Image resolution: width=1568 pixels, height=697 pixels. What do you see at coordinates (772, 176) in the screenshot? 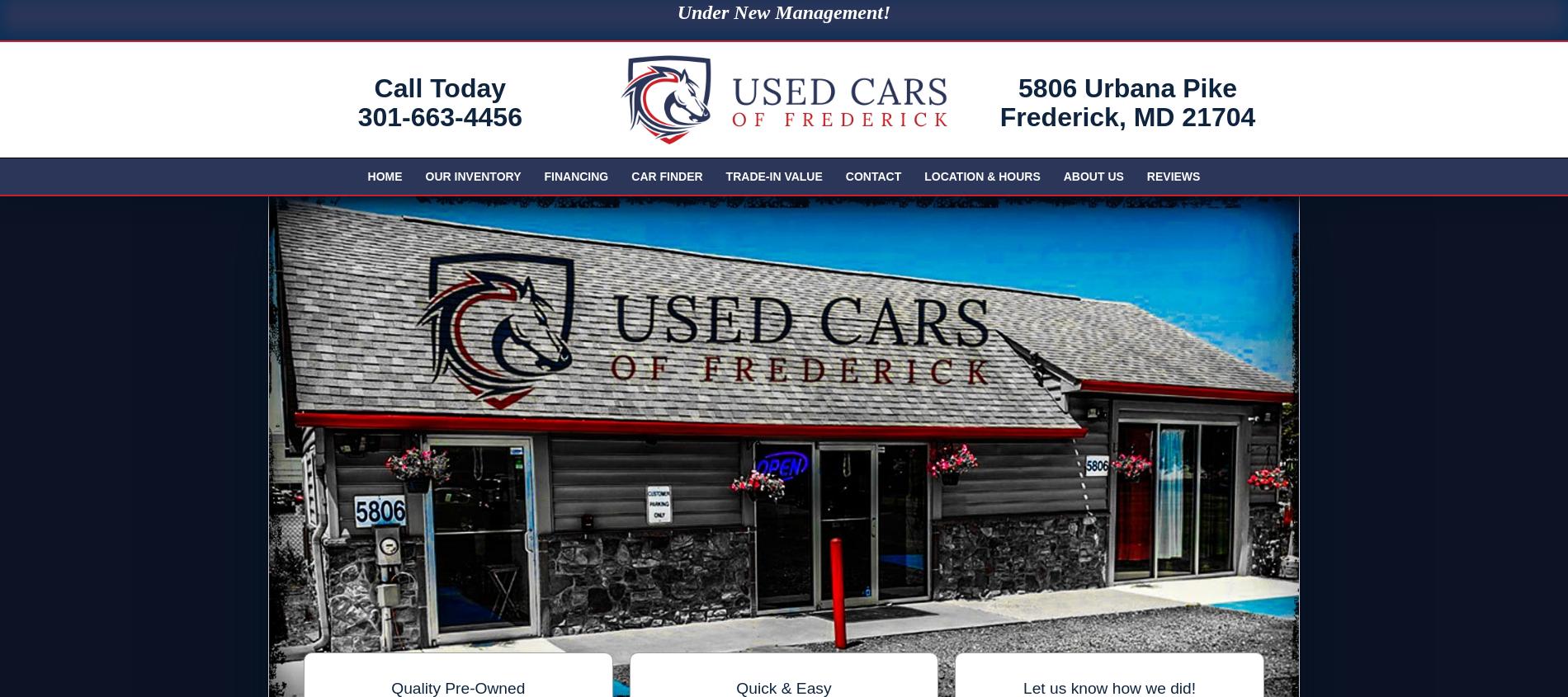
I see `'Trade-In Value'` at bounding box center [772, 176].